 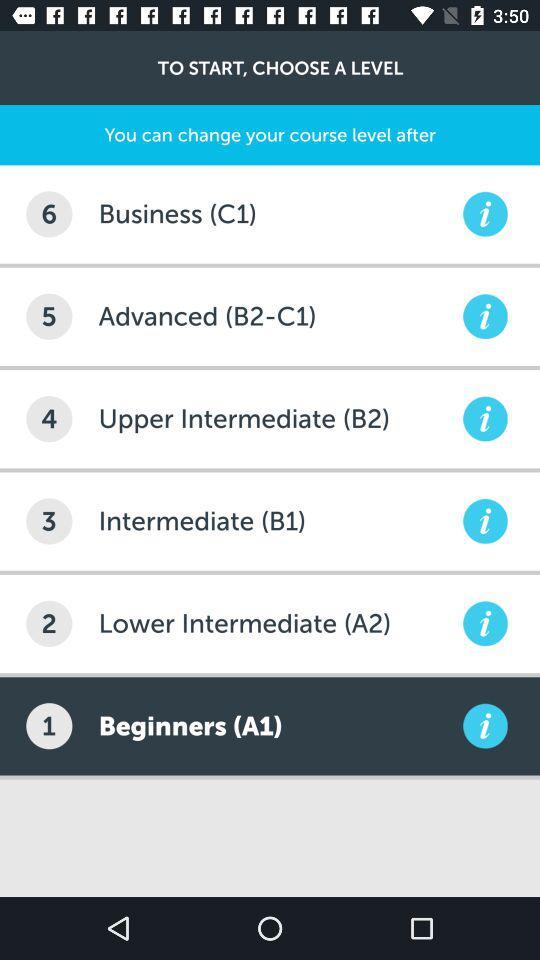 I want to click on details, so click(x=484, y=725).